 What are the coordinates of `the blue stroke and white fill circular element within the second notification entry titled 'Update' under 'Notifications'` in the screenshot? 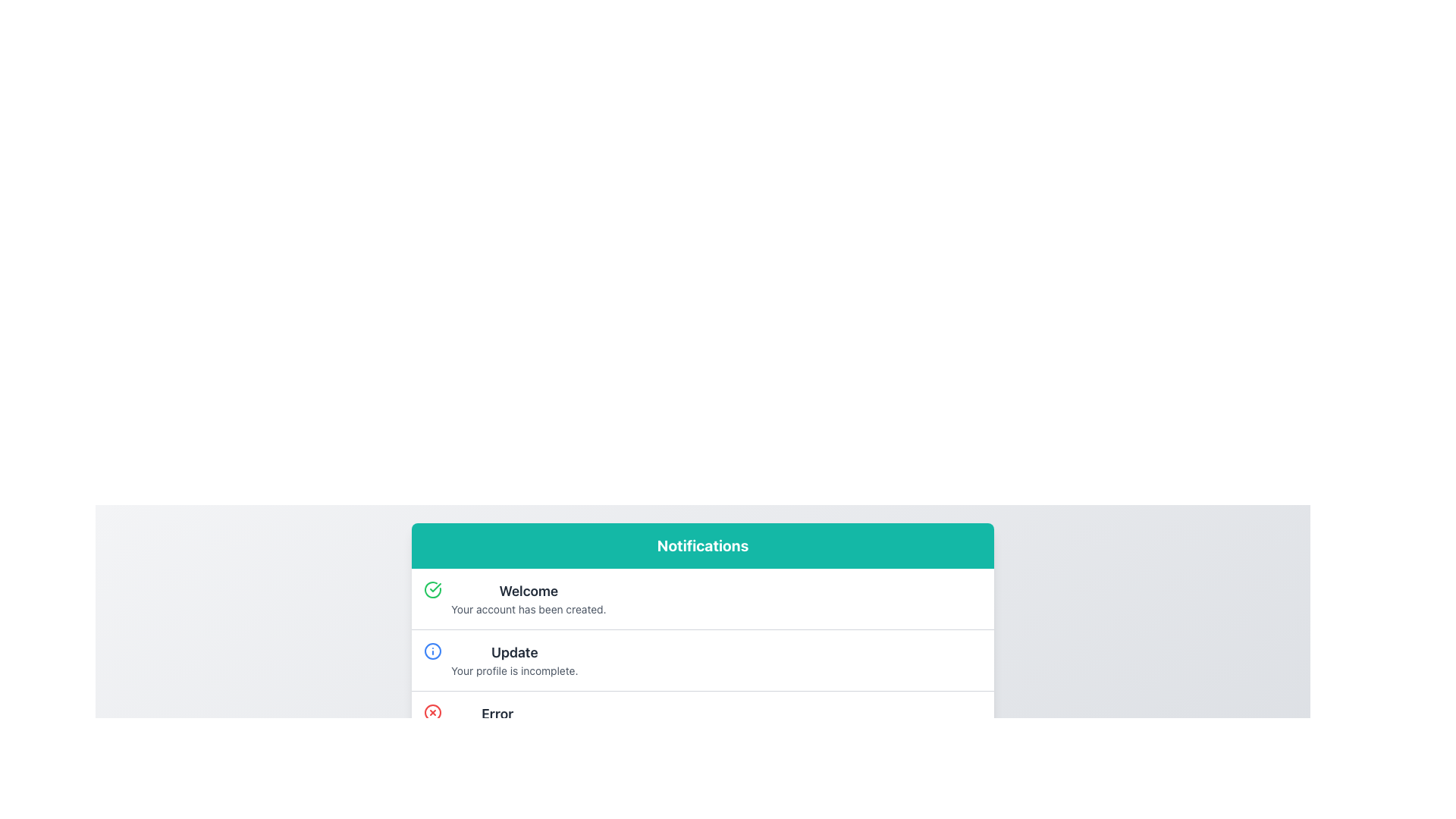 It's located at (432, 651).